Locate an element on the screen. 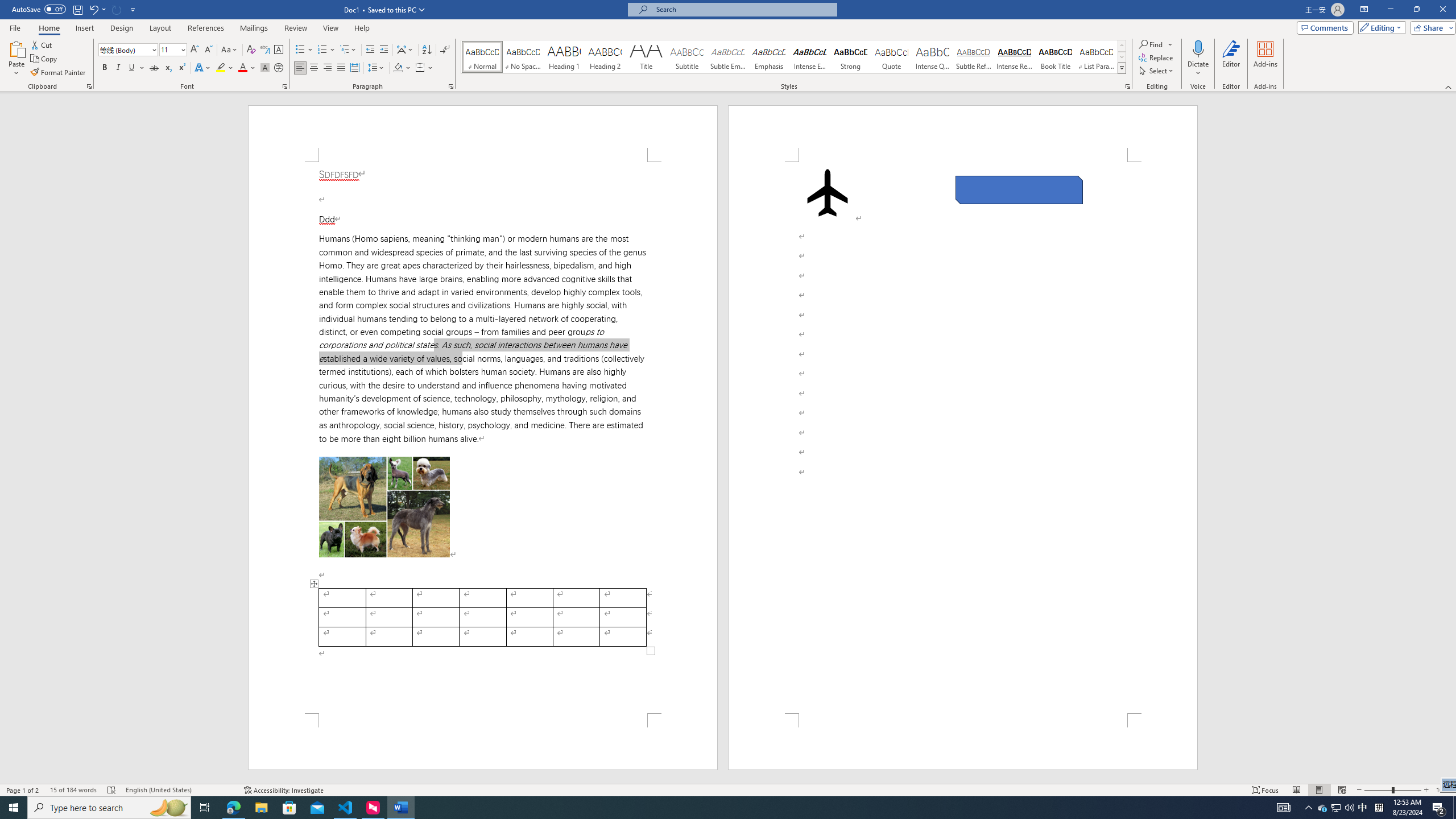 This screenshot has width=1456, height=819. 'Intense Quote' is located at coordinates (932, 56).